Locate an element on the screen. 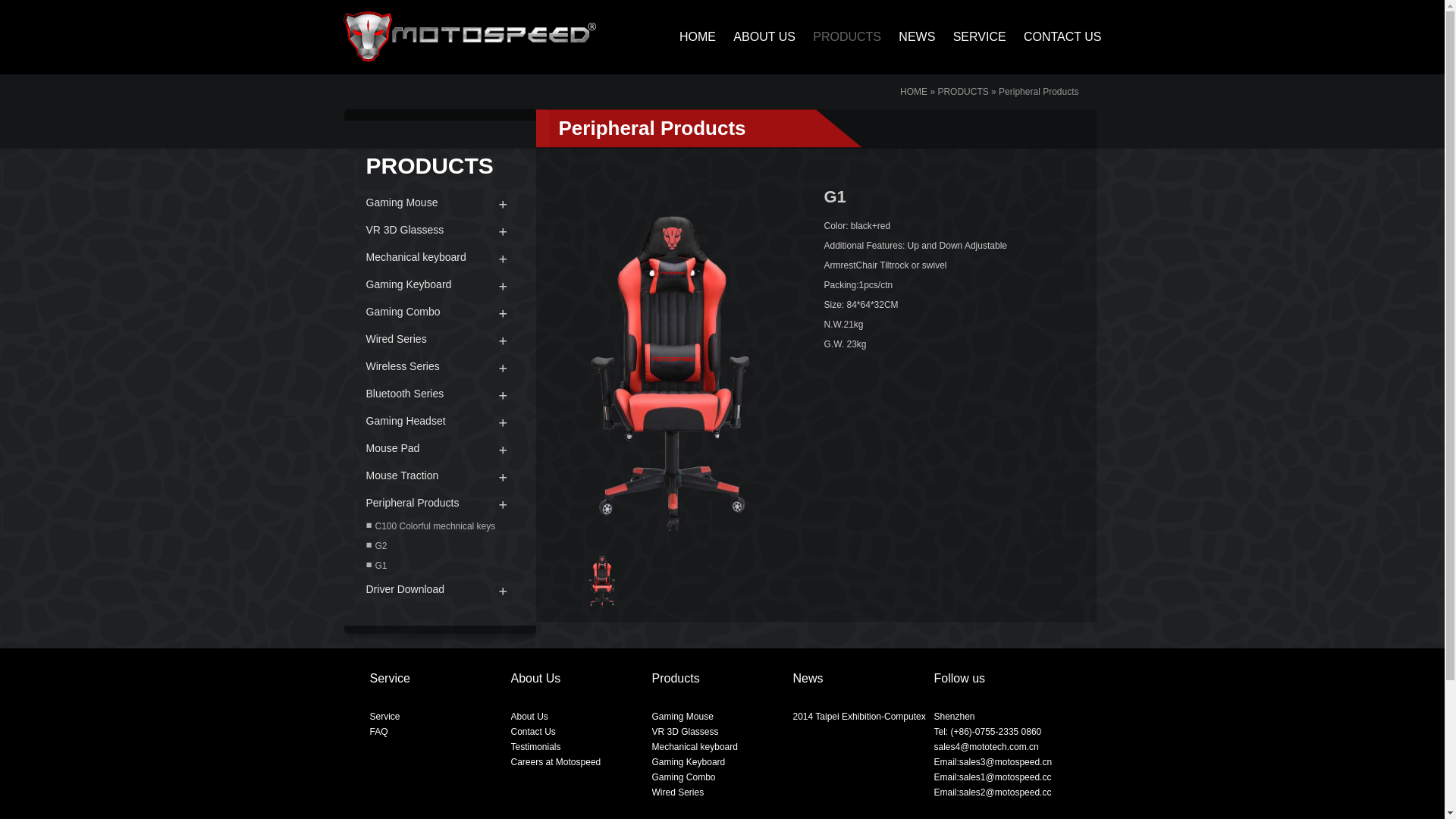  'Mouse Pad' is located at coordinates (438, 447).